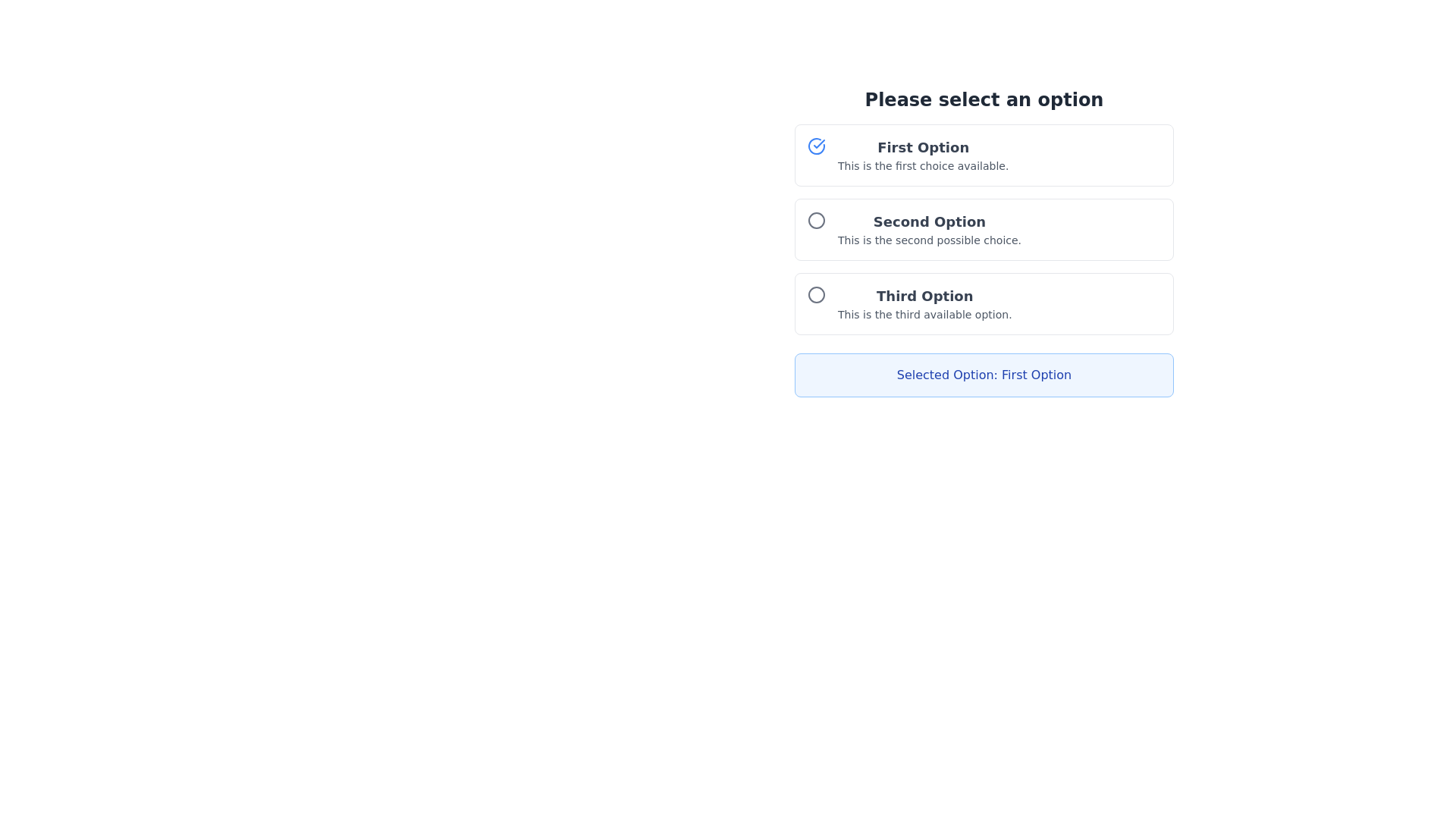 This screenshot has width=1456, height=819. What do you see at coordinates (815, 220) in the screenshot?
I see `the deselected radio button indicator representing the 'Second Option' in the vertical list of radio button-like elements` at bounding box center [815, 220].